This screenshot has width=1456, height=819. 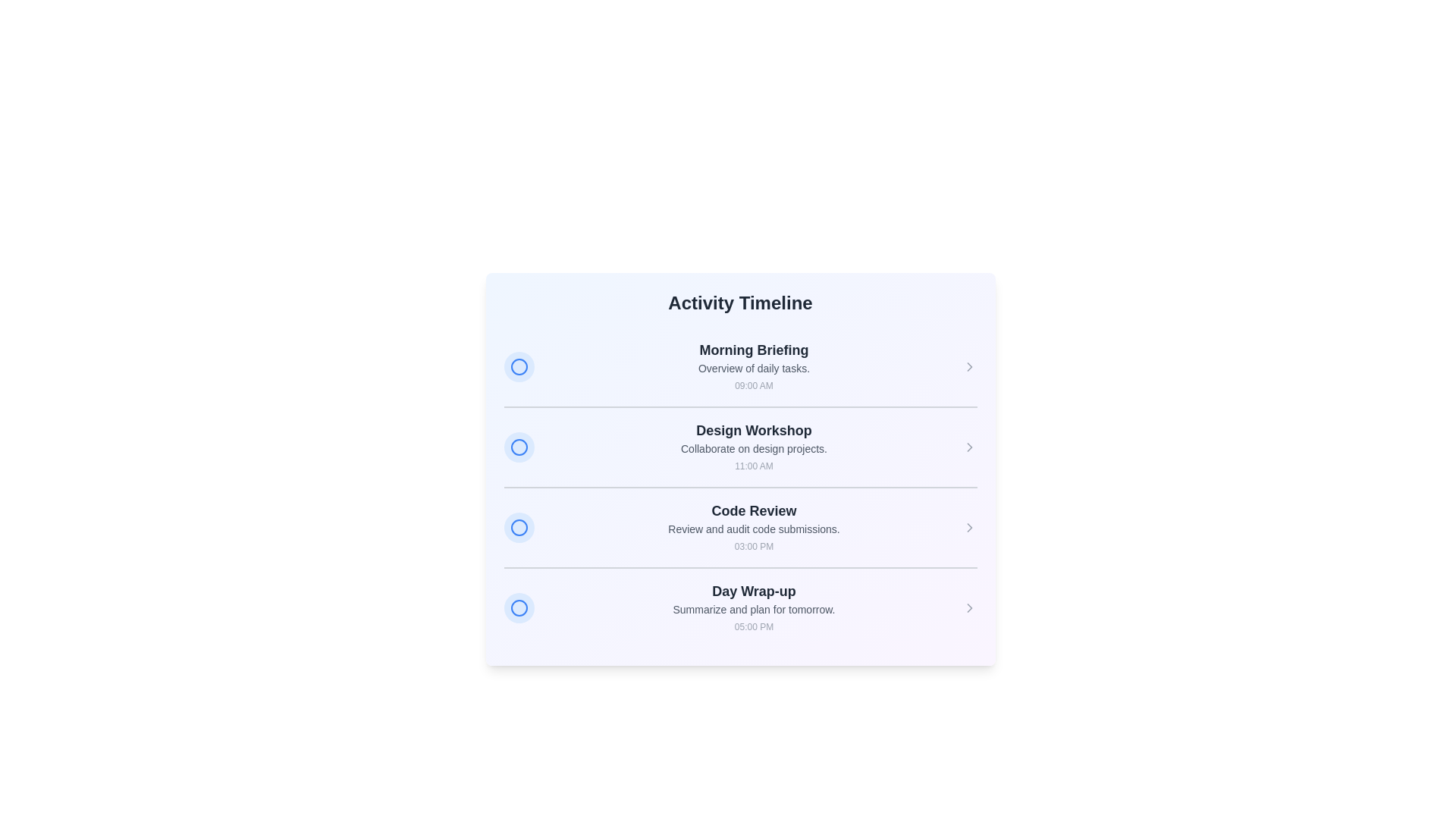 What do you see at coordinates (754, 447) in the screenshot?
I see `the static text element that reads 'Collaborate on design projects.' which is styled in a smaller, lighter gray font, positioned below the title of the 'Design Workshop' event` at bounding box center [754, 447].